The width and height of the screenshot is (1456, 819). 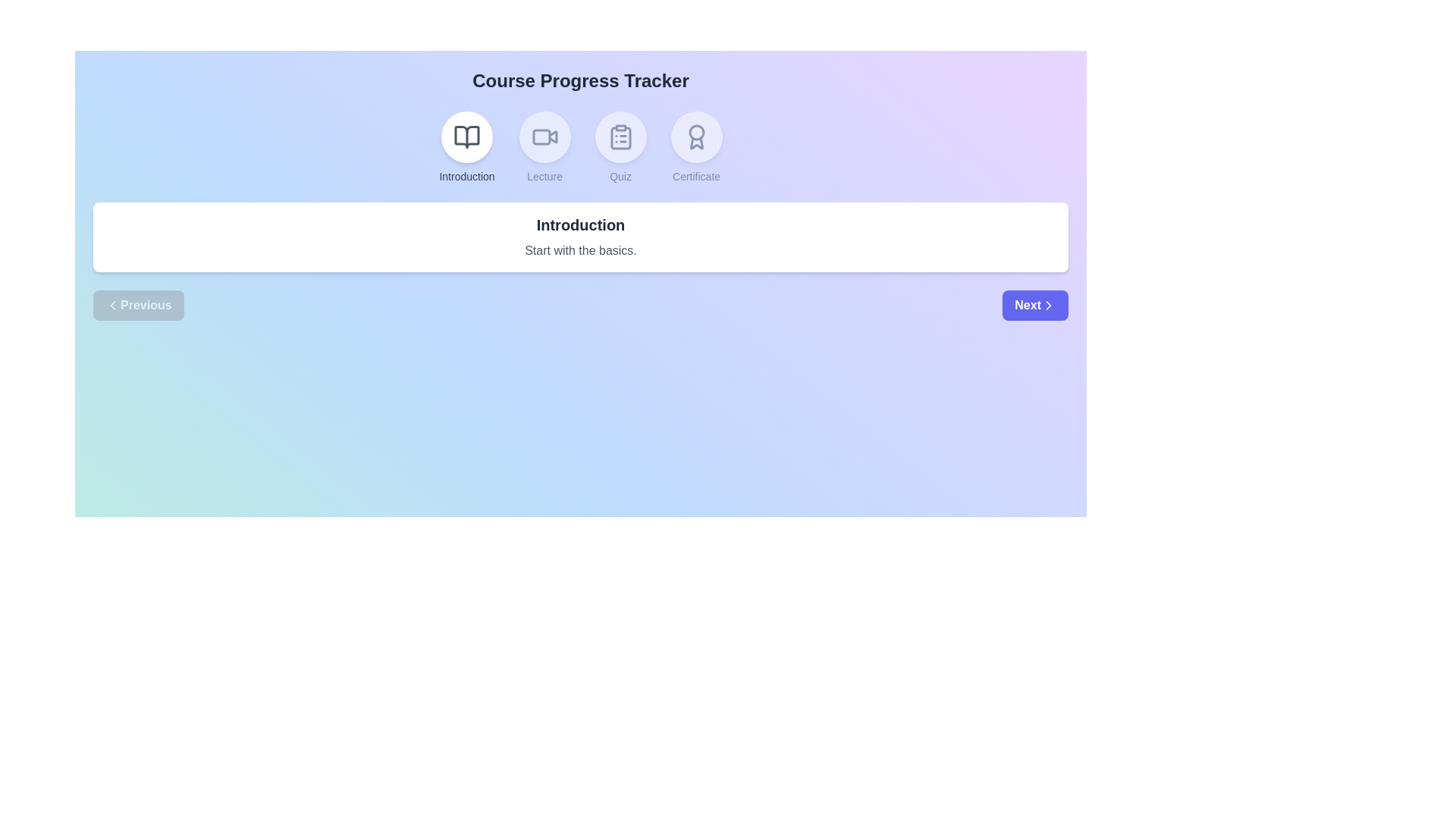 What do you see at coordinates (544, 137) in the screenshot?
I see `the icon representing the Lecture step in the course progress tracker` at bounding box center [544, 137].